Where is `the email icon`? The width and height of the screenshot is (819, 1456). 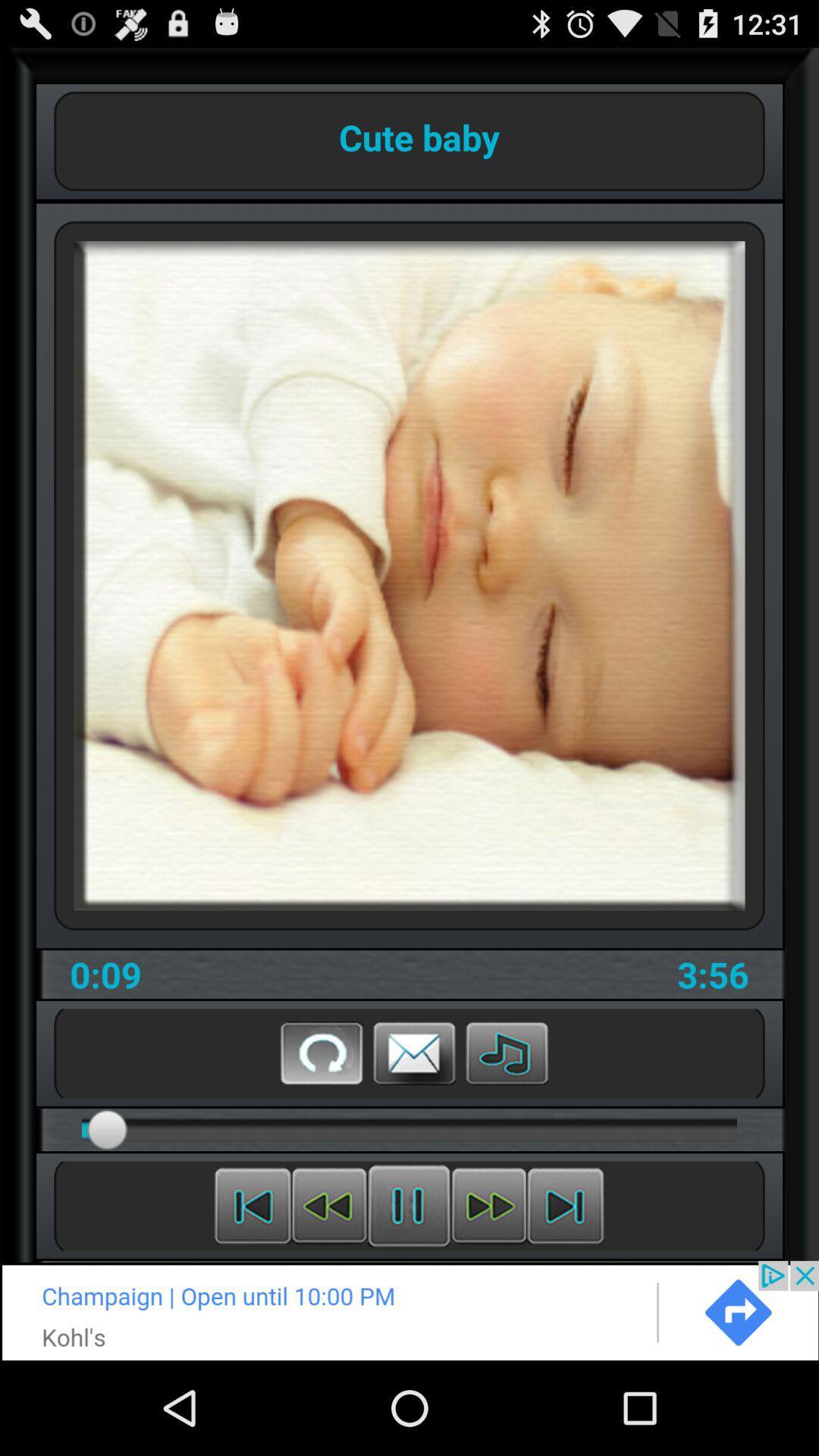
the email icon is located at coordinates (414, 1127).